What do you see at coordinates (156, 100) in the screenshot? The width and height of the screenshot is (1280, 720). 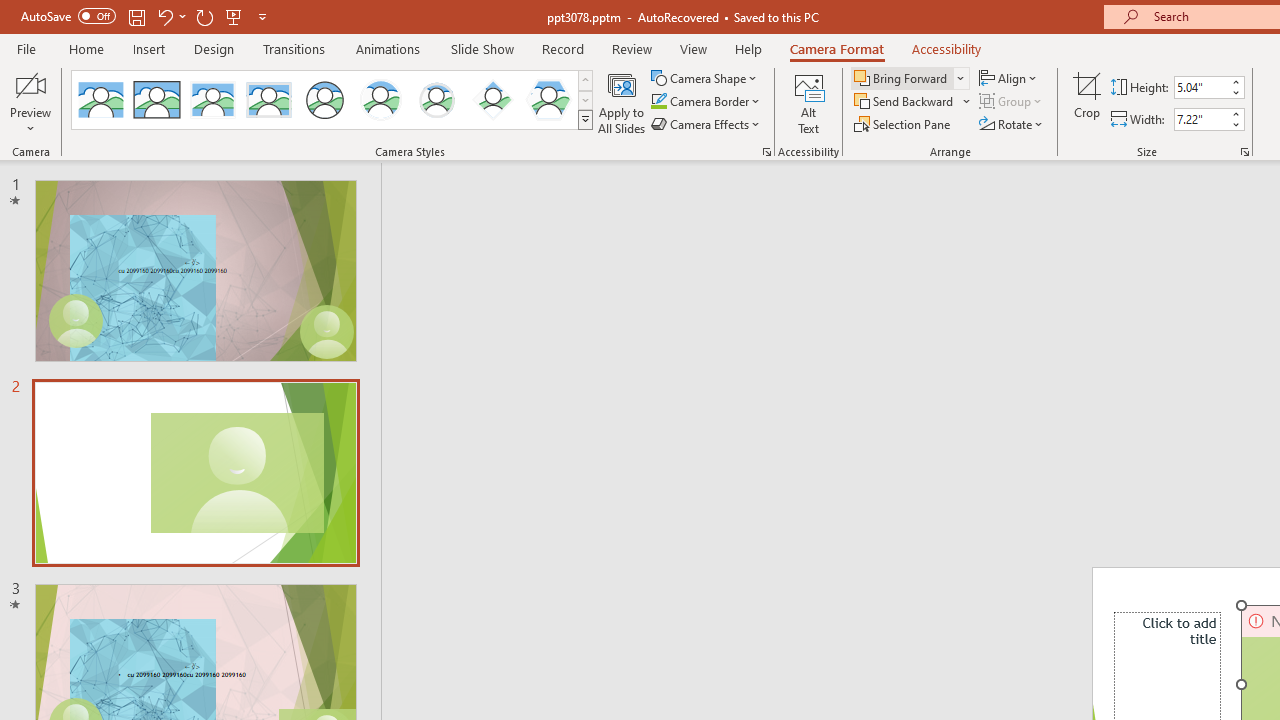 I see `'Simple Frame Rectangle'` at bounding box center [156, 100].